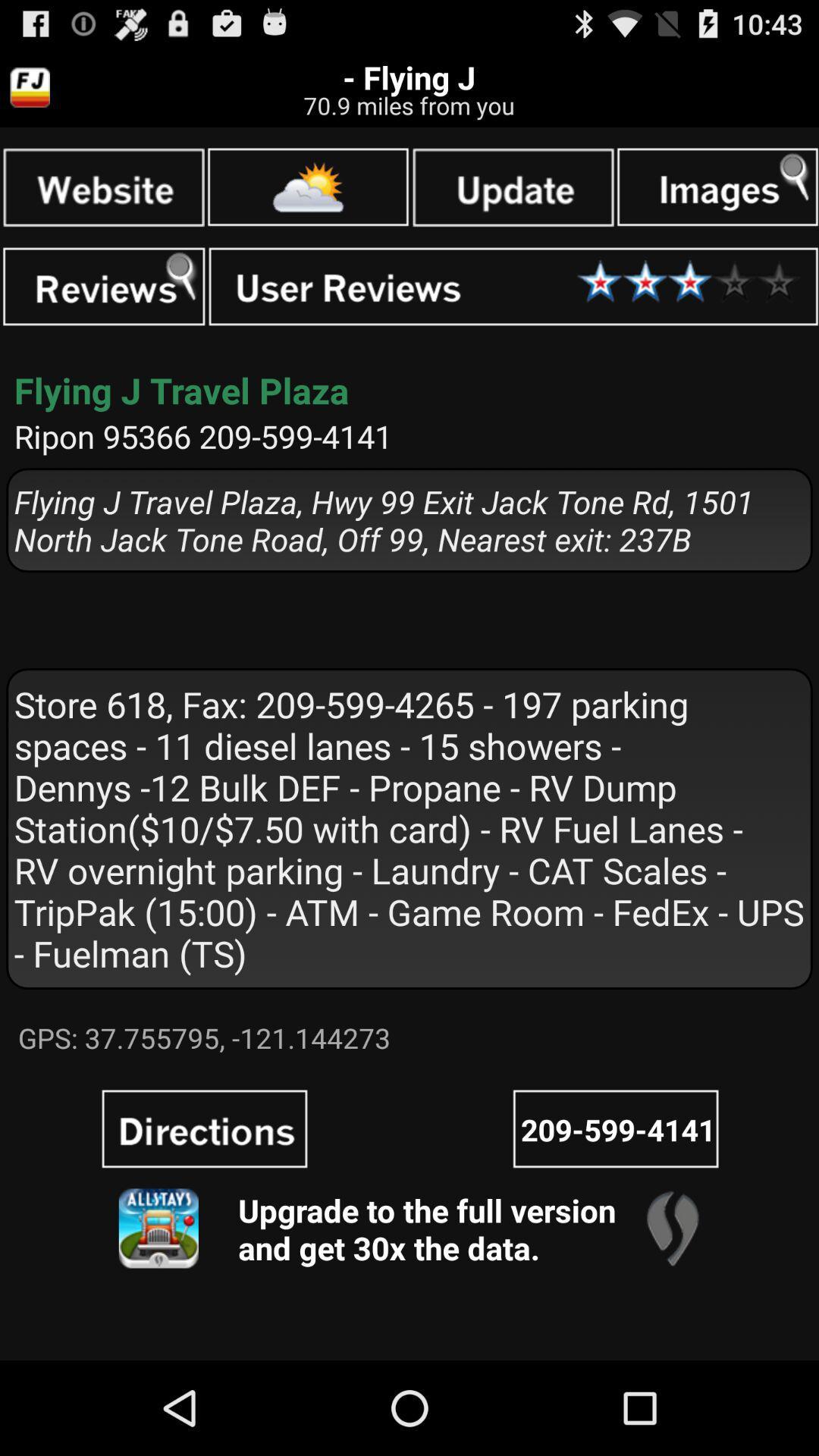 This screenshot has width=819, height=1456. Describe the element at coordinates (513, 287) in the screenshot. I see `the text which is right of the text reviews` at that location.